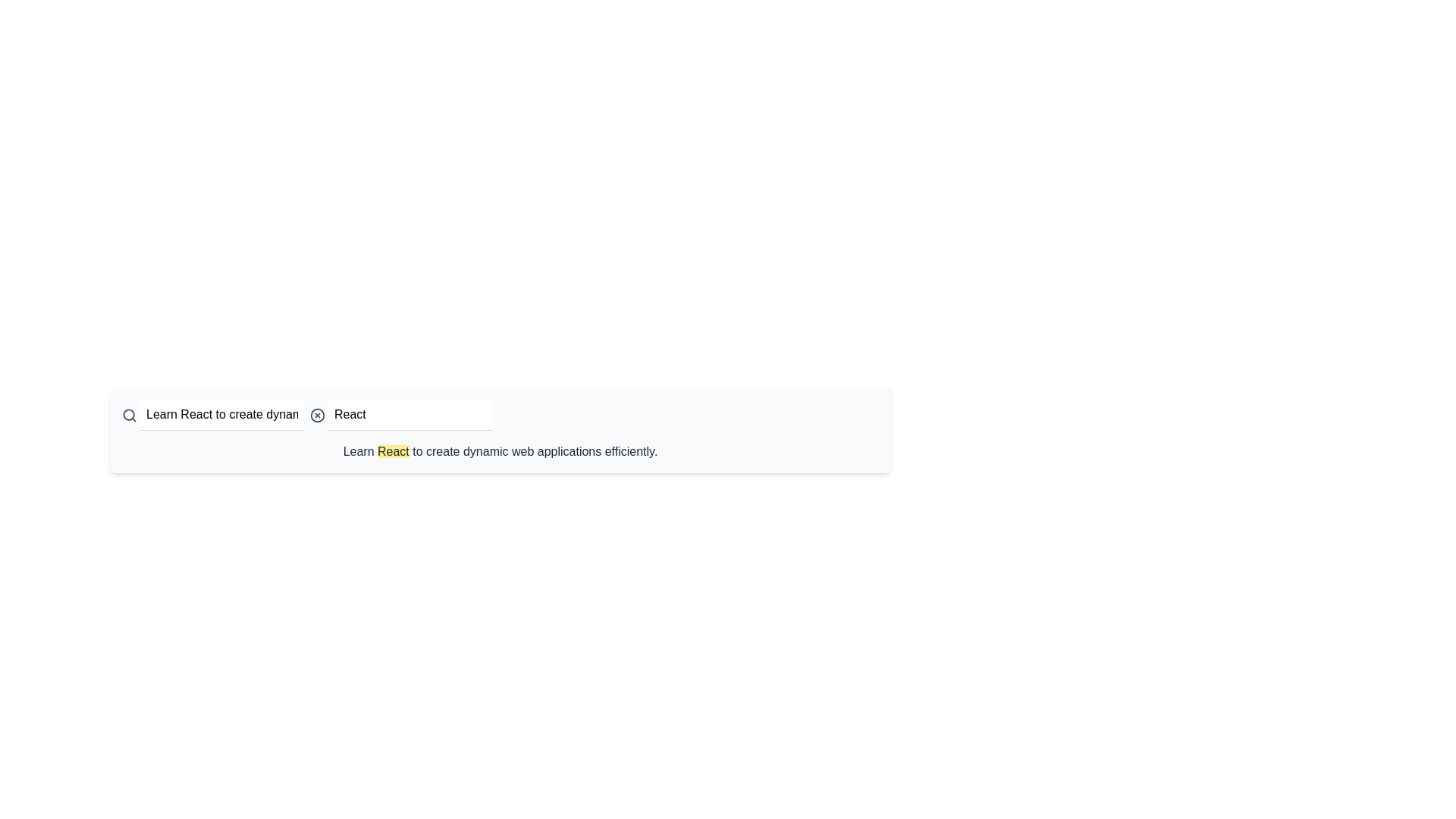 This screenshot has width=1456, height=819. Describe the element at coordinates (316, 415) in the screenshot. I see `the icon button that displays a dark gray 'X' mark inside a circular outline` at that location.